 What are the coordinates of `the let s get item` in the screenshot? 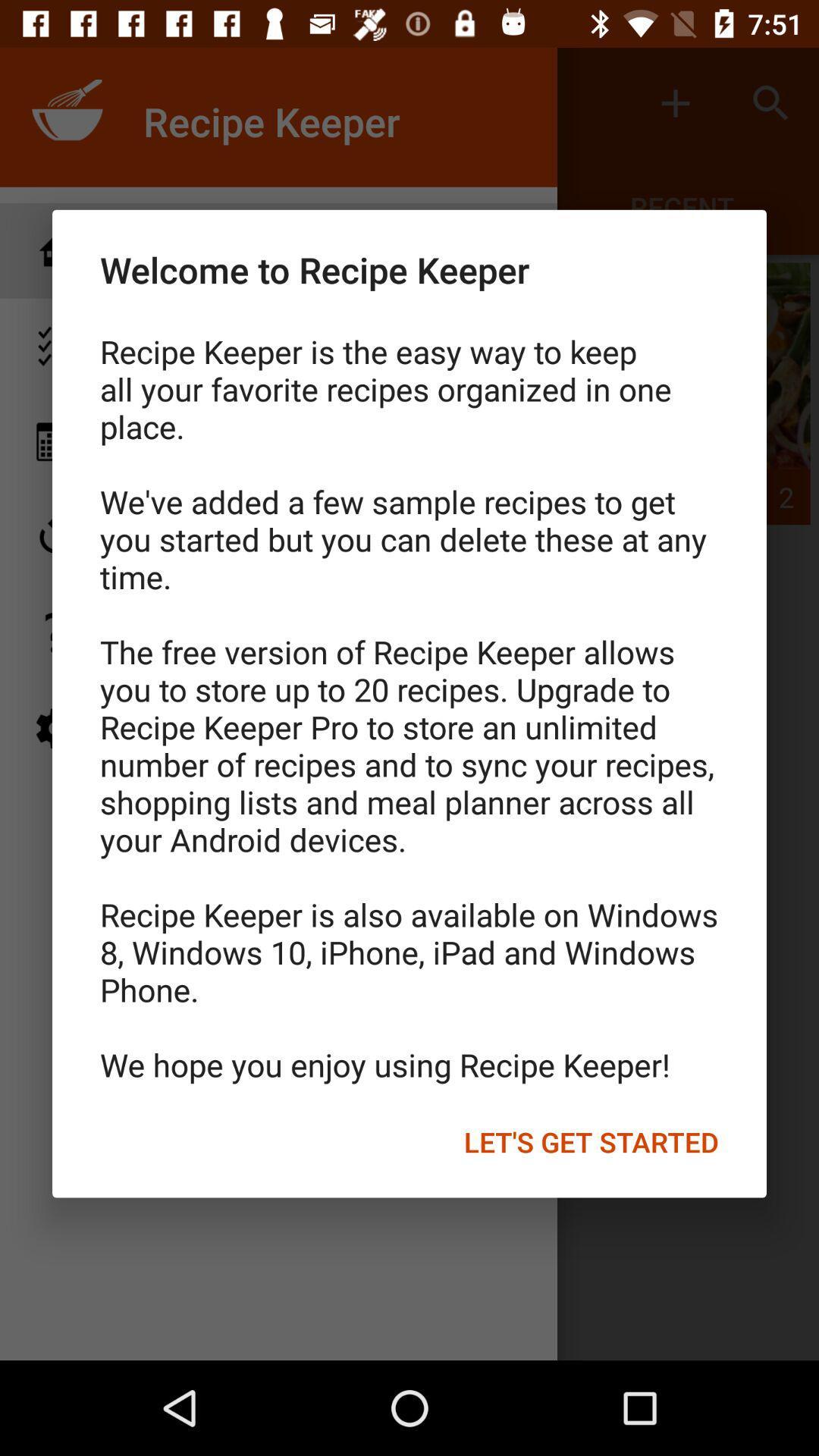 It's located at (590, 1142).